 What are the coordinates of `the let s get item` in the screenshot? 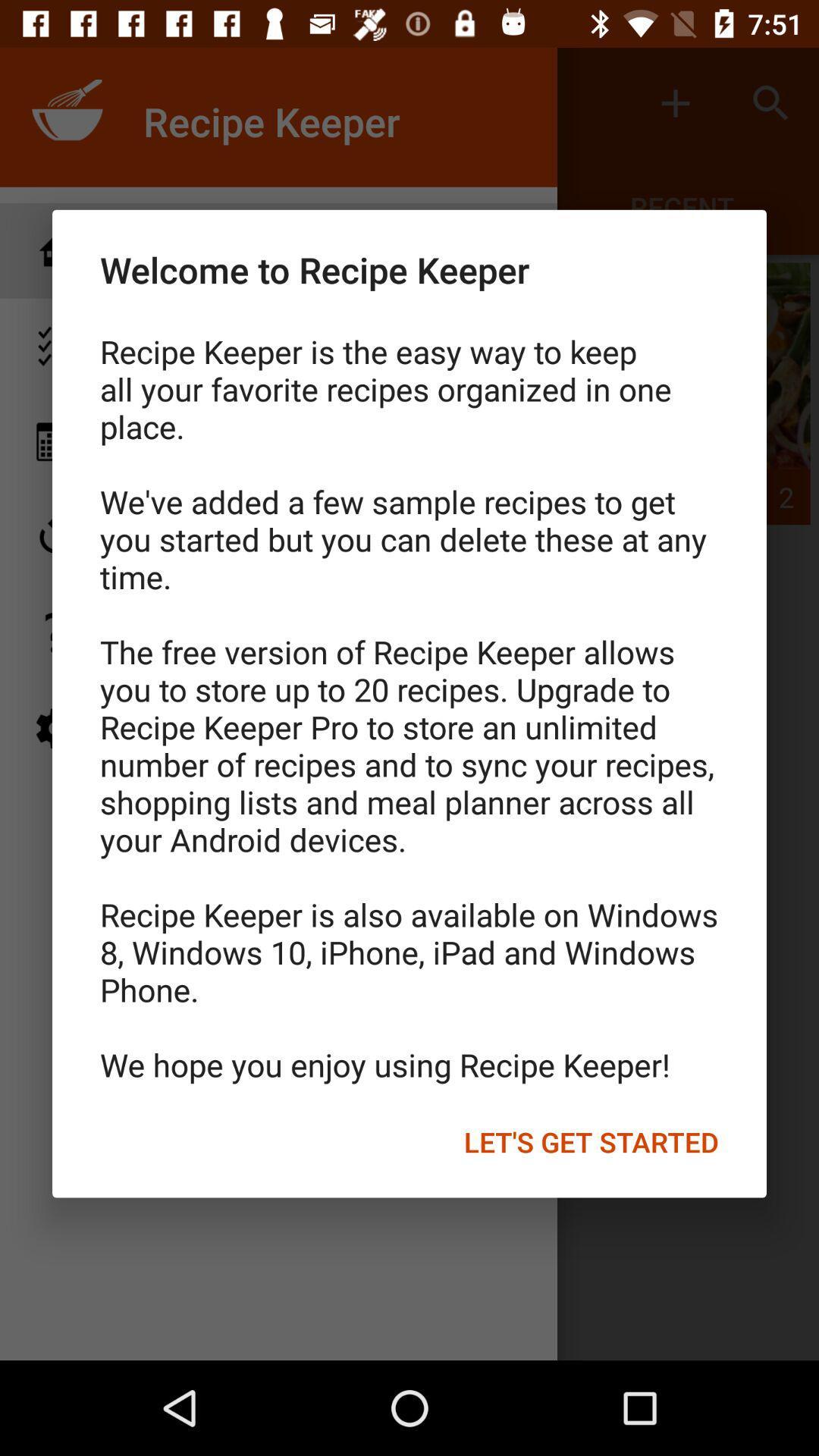 It's located at (590, 1142).